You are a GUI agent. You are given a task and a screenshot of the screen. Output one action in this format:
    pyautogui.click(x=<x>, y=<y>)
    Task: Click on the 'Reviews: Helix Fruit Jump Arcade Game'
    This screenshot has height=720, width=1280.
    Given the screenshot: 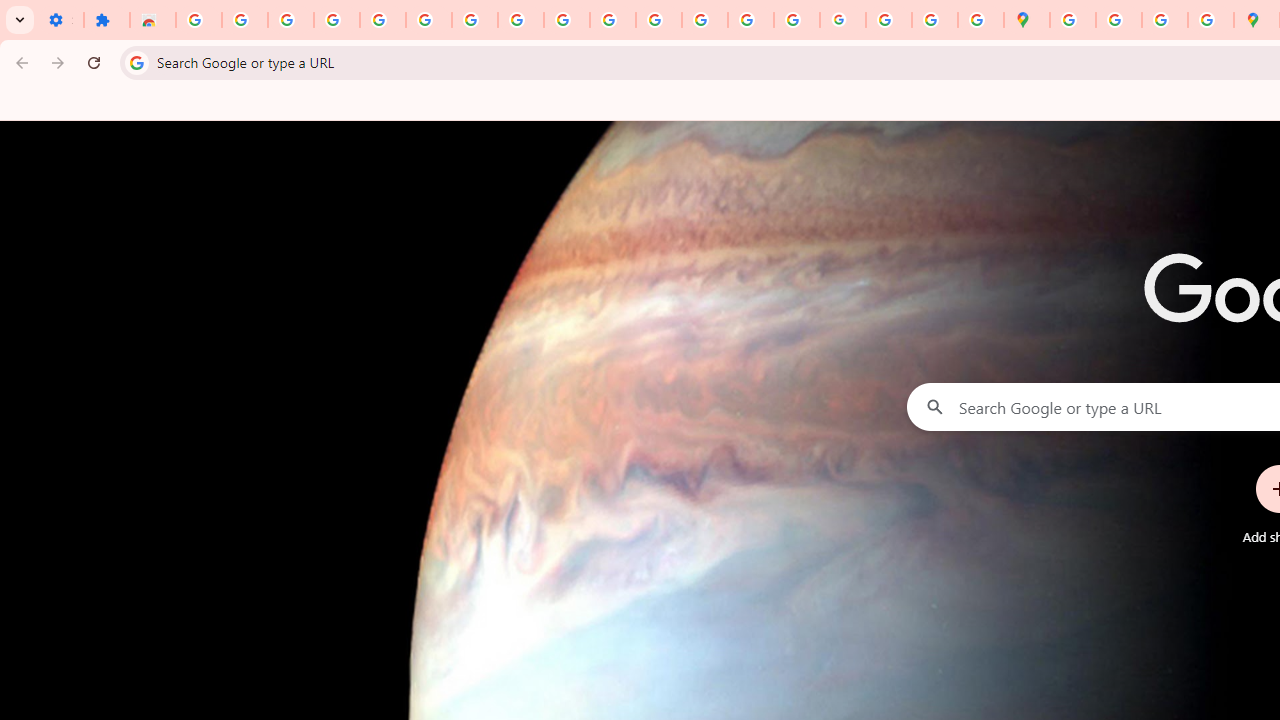 What is the action you would take?
    pyautogui.click(x=152, y=20)
    